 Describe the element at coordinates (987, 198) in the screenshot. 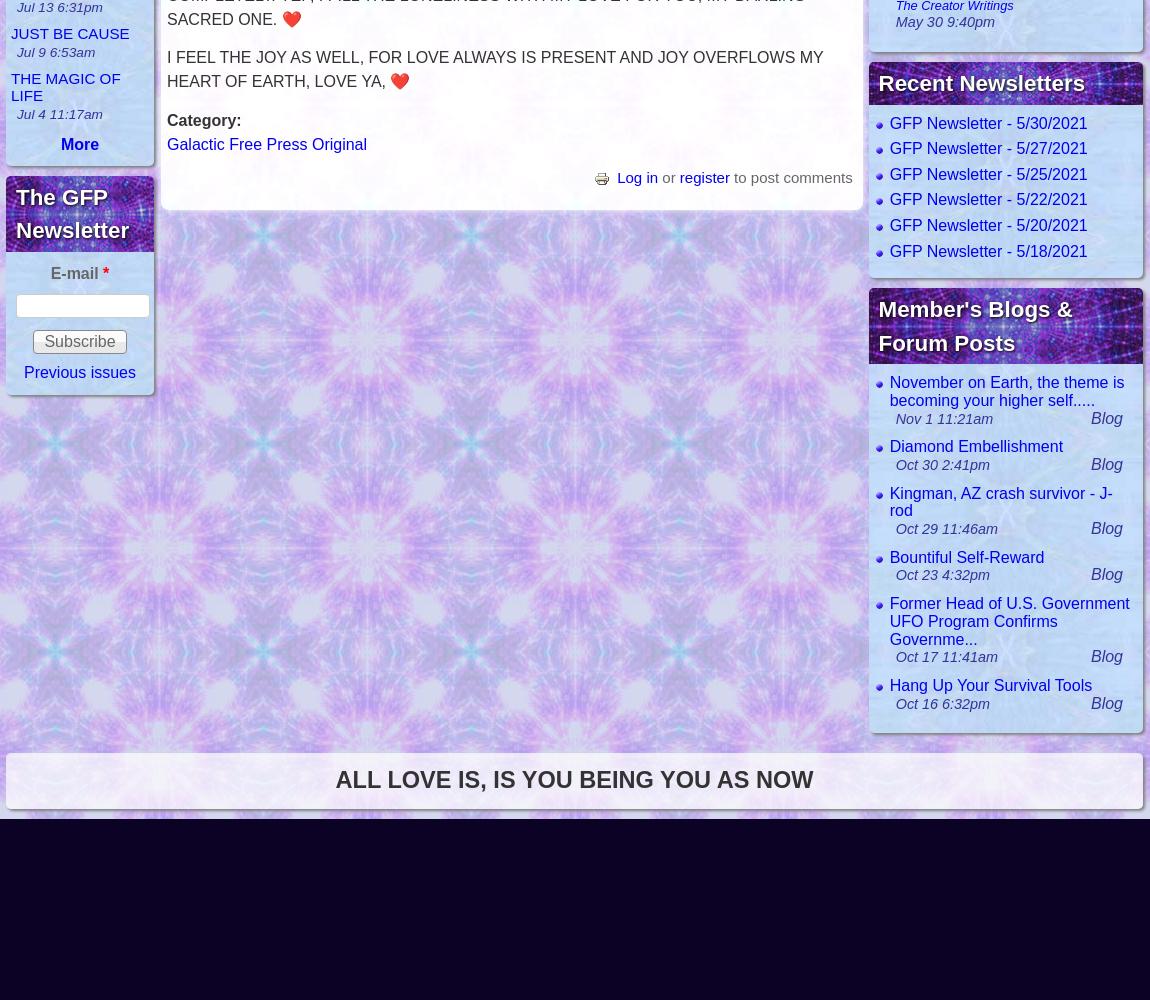

I see `'GFP Newsletter - 5/22/2021'` at that location.